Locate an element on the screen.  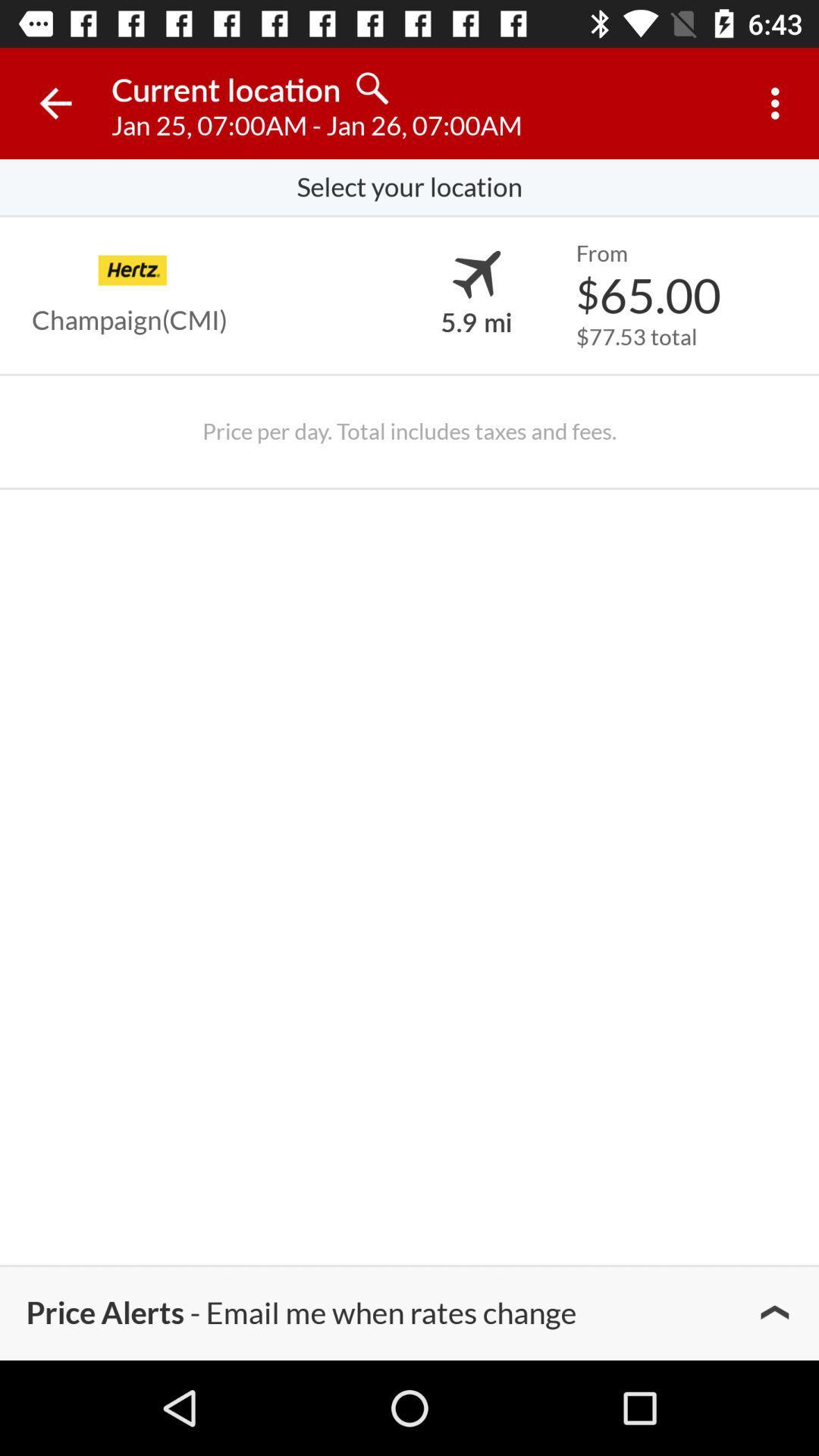
champaign(cmi) is located at coordinates (128, 319).